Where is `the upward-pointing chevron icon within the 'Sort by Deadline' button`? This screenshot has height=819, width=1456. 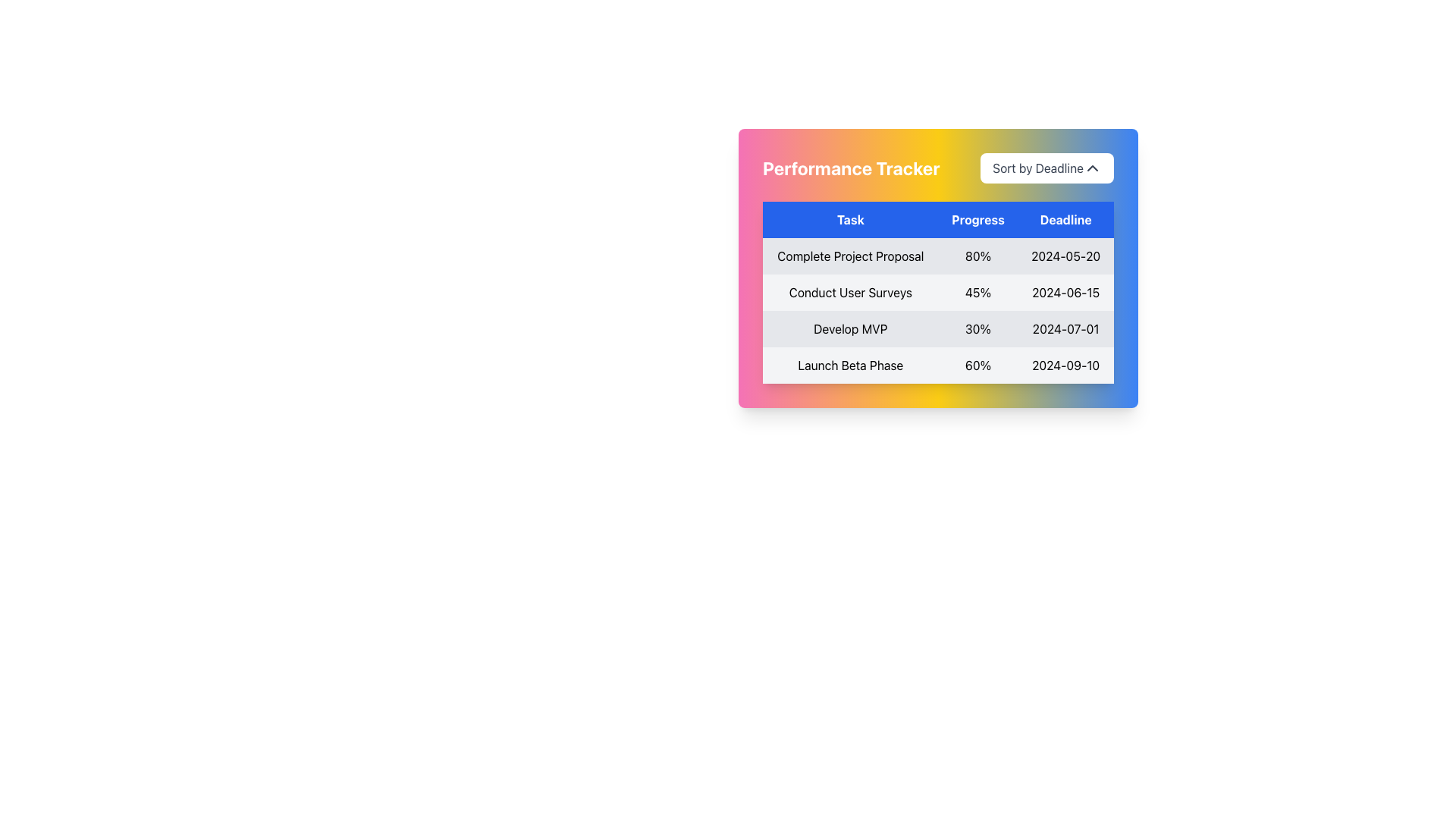
the upward-pointing chevron icon within the 'Sort by Deadline' button is located at coordinates (1092, 168).